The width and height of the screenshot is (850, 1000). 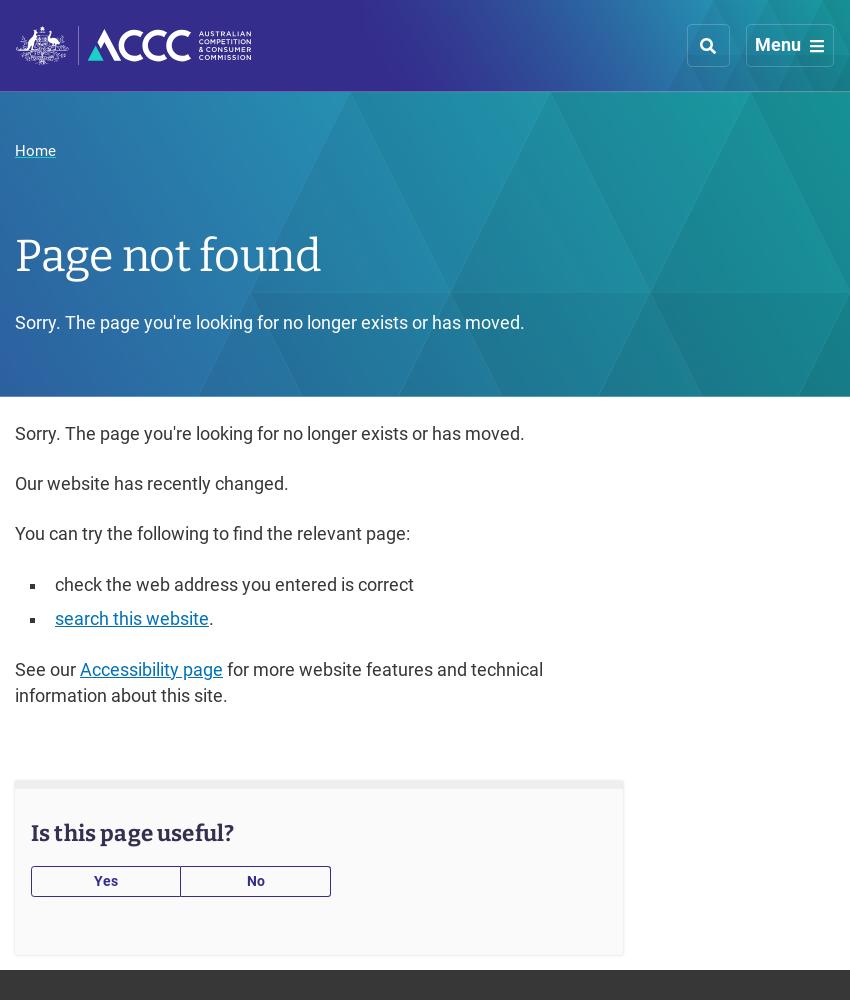 I want to click on 'No', so click(x=255, y=880).